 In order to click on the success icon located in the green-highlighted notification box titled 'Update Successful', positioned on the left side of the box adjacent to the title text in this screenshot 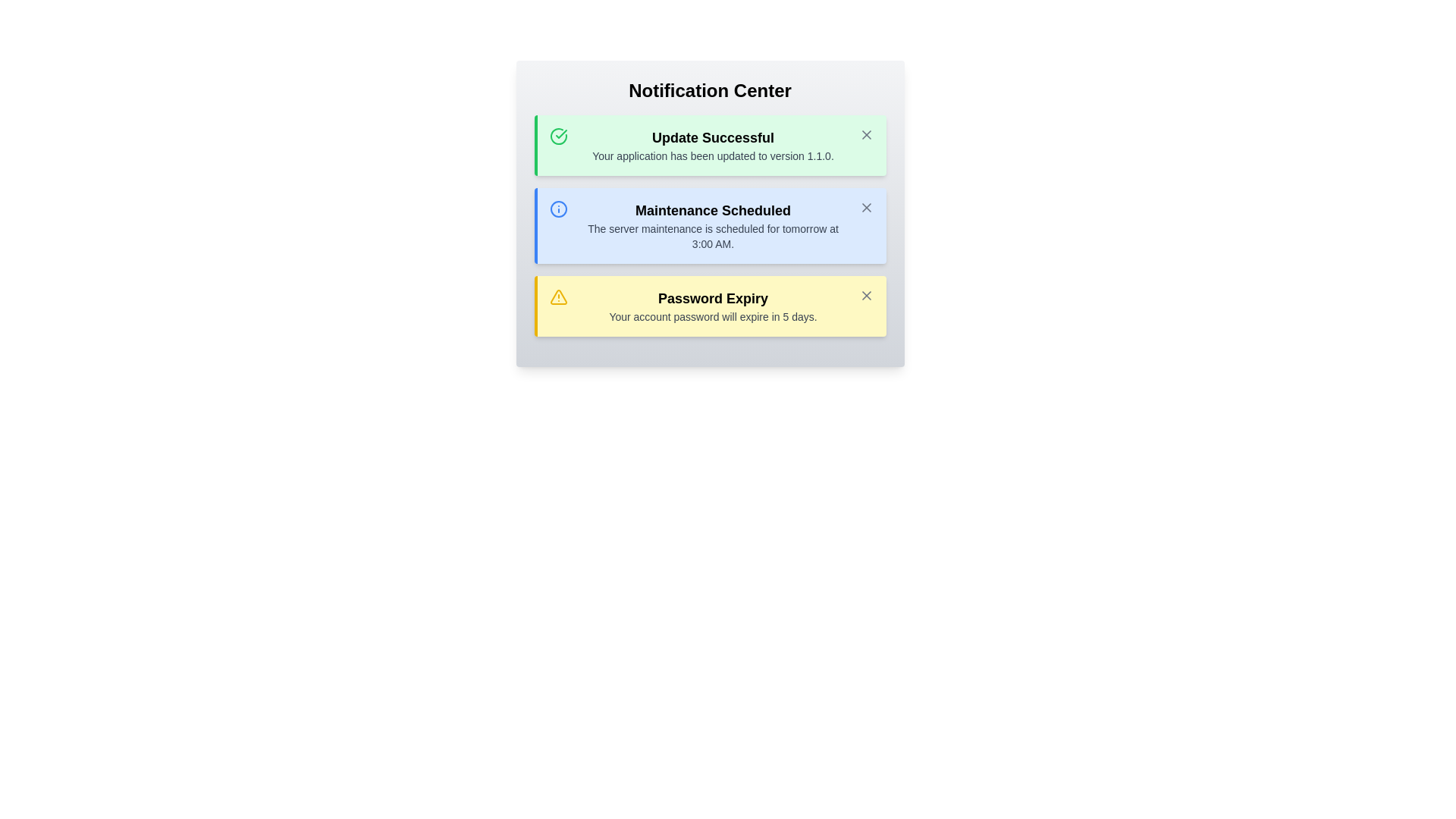, I will do `click(557, 136)`.